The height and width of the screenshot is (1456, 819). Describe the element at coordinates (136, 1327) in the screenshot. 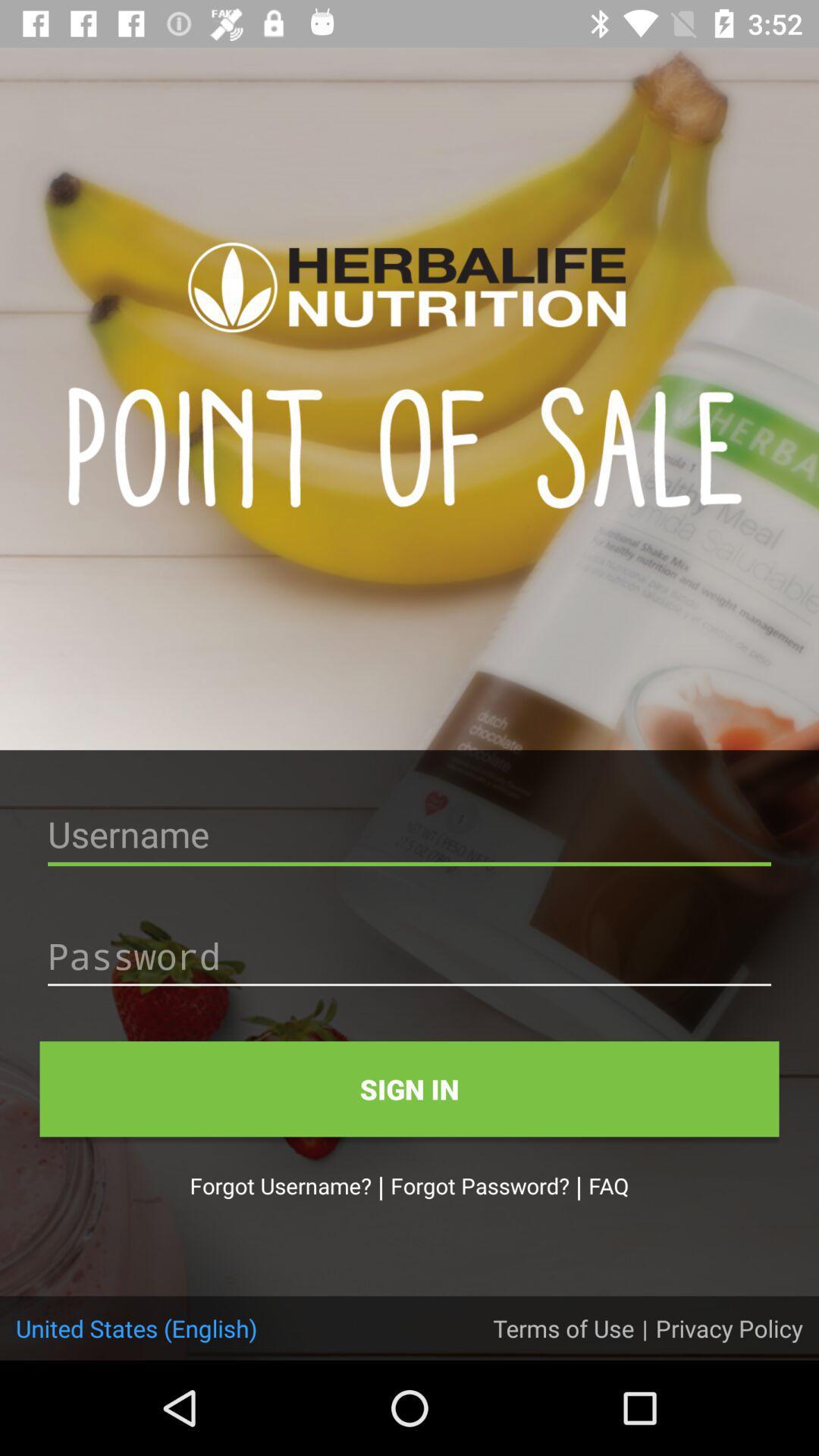

I see `the item to the left of terms of use` at that location.